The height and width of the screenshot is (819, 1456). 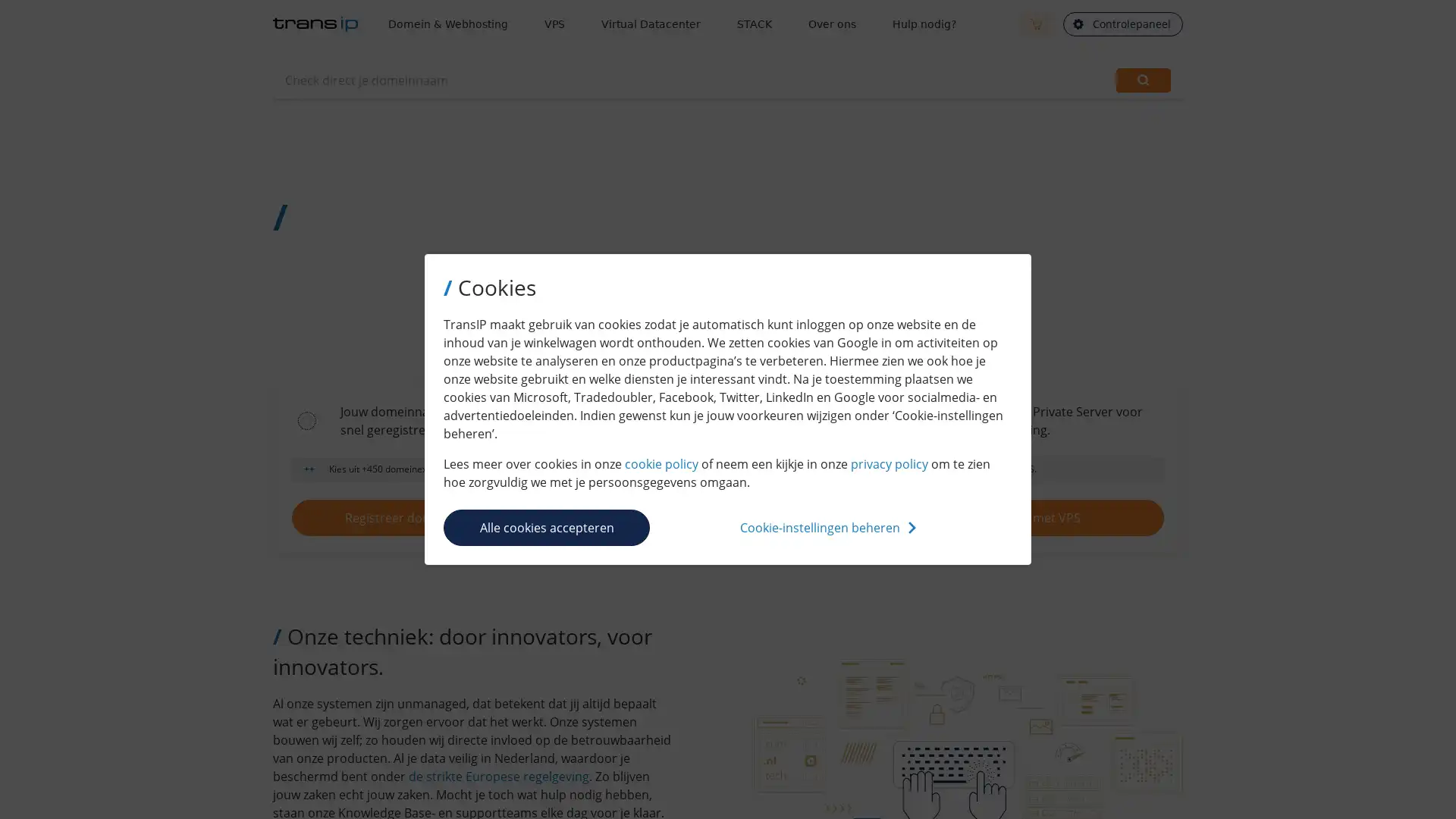 What do you see at coordinates (1067, 80) in the screenshot?
I see `Check meerdere domeinnamen tegelijk` at bounding box center [1067, 80].